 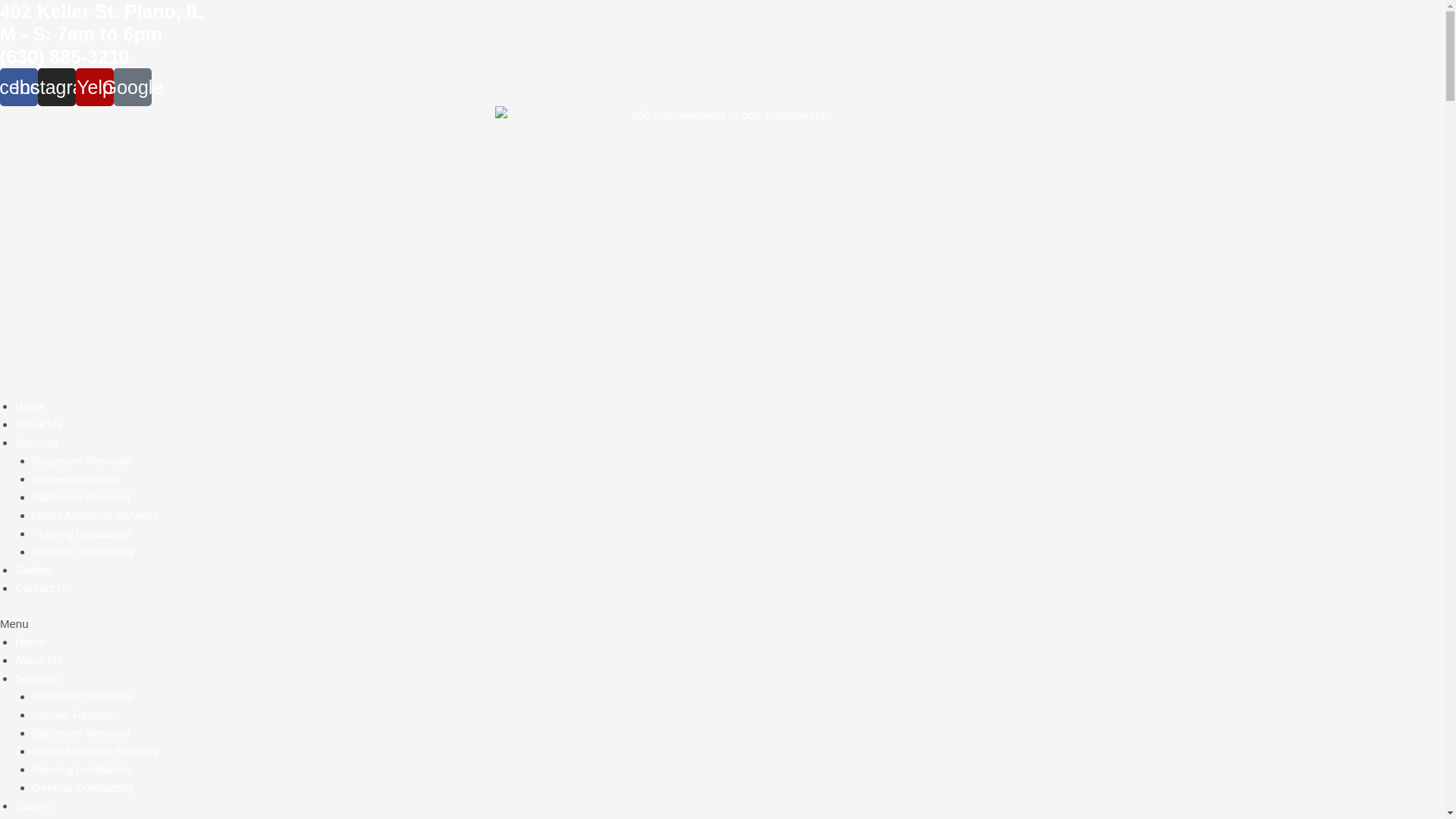 I want to click on 'Flooring Installation', so click(x=80, y=532).